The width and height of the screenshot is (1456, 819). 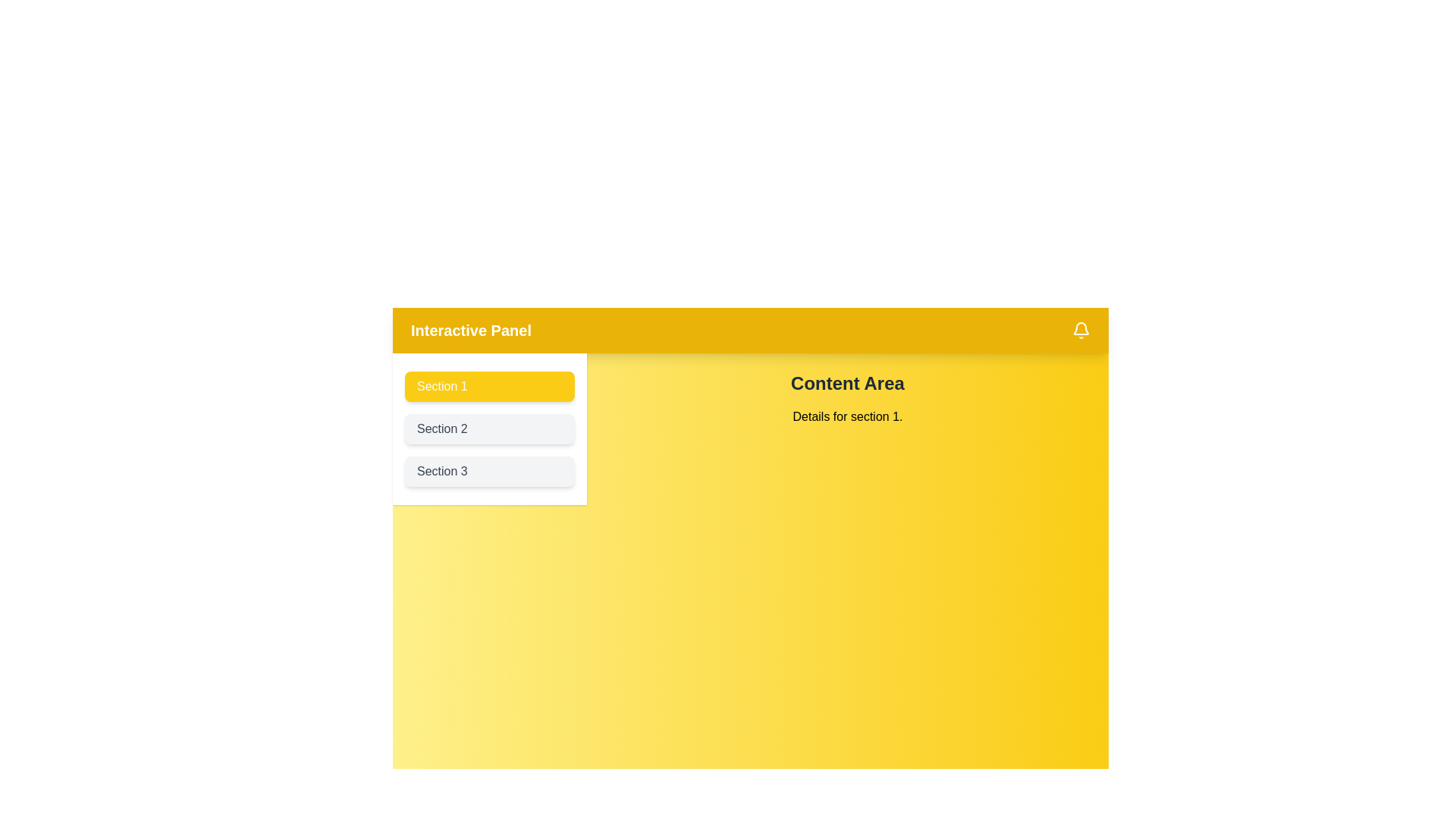 I want to click on the static text label providing information for 'section 1', located in the middle-right section below the 'Content Area' heading, so click(x=847, y=417).